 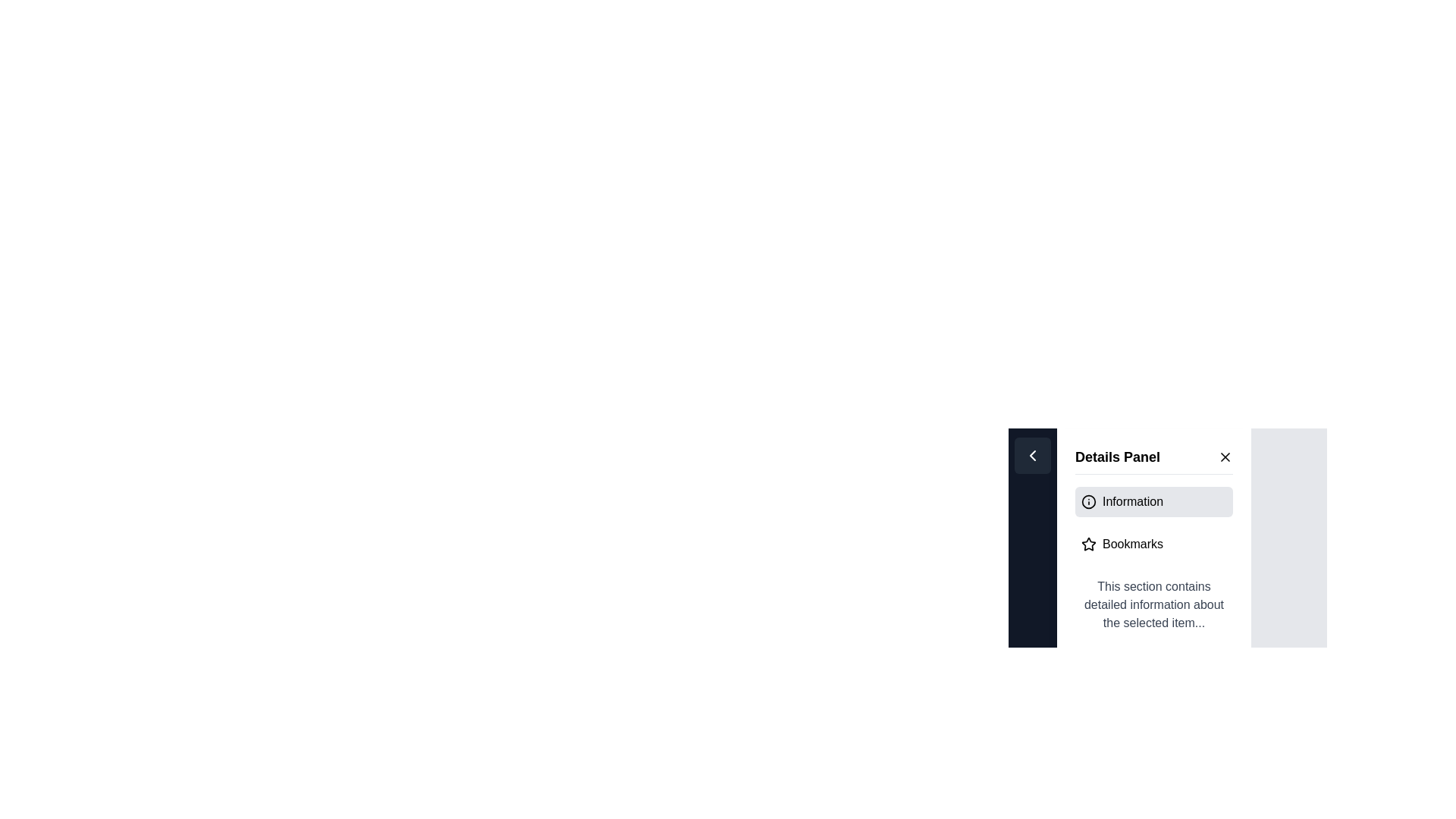 What do you see at coordinates (1153, 522) in the screenshot?
I see `the Navigation Menu` at bounding box center [1153, 522].